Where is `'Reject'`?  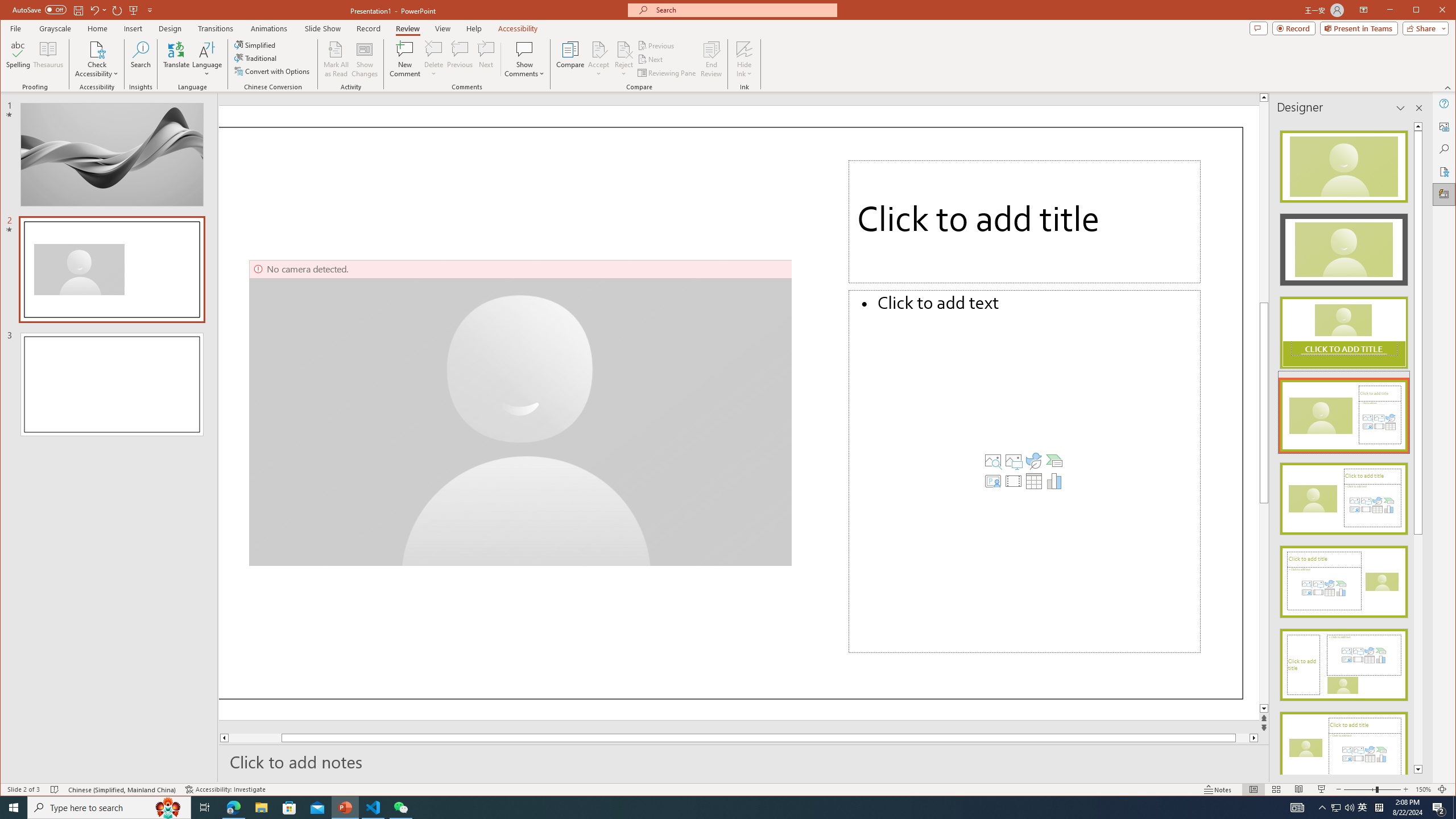
'Reject' is located at coordinates (623, 59).